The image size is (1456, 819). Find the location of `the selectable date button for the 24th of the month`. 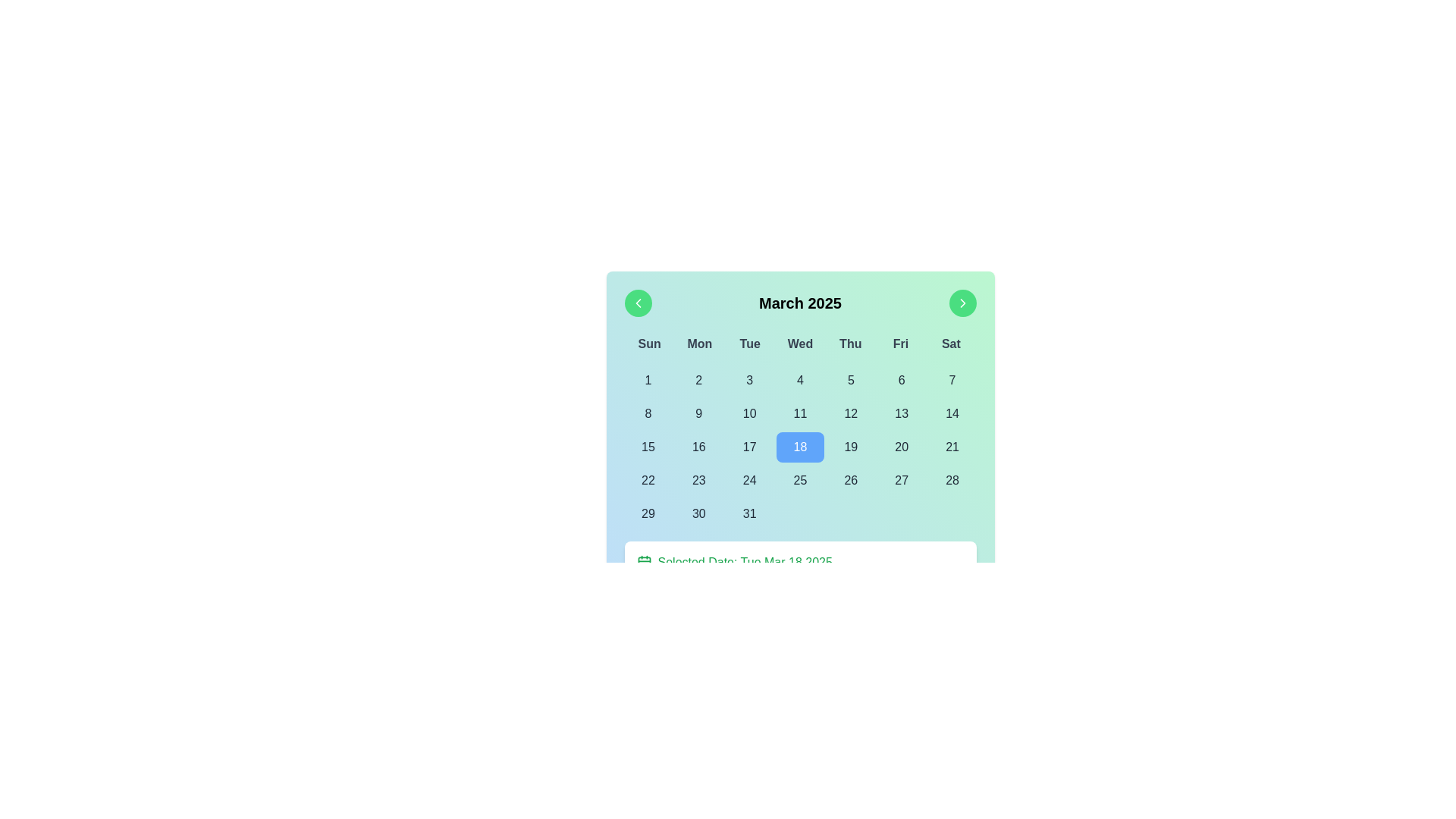

the selectable date button for the 24th of the month is located at coordinates (749, 480).